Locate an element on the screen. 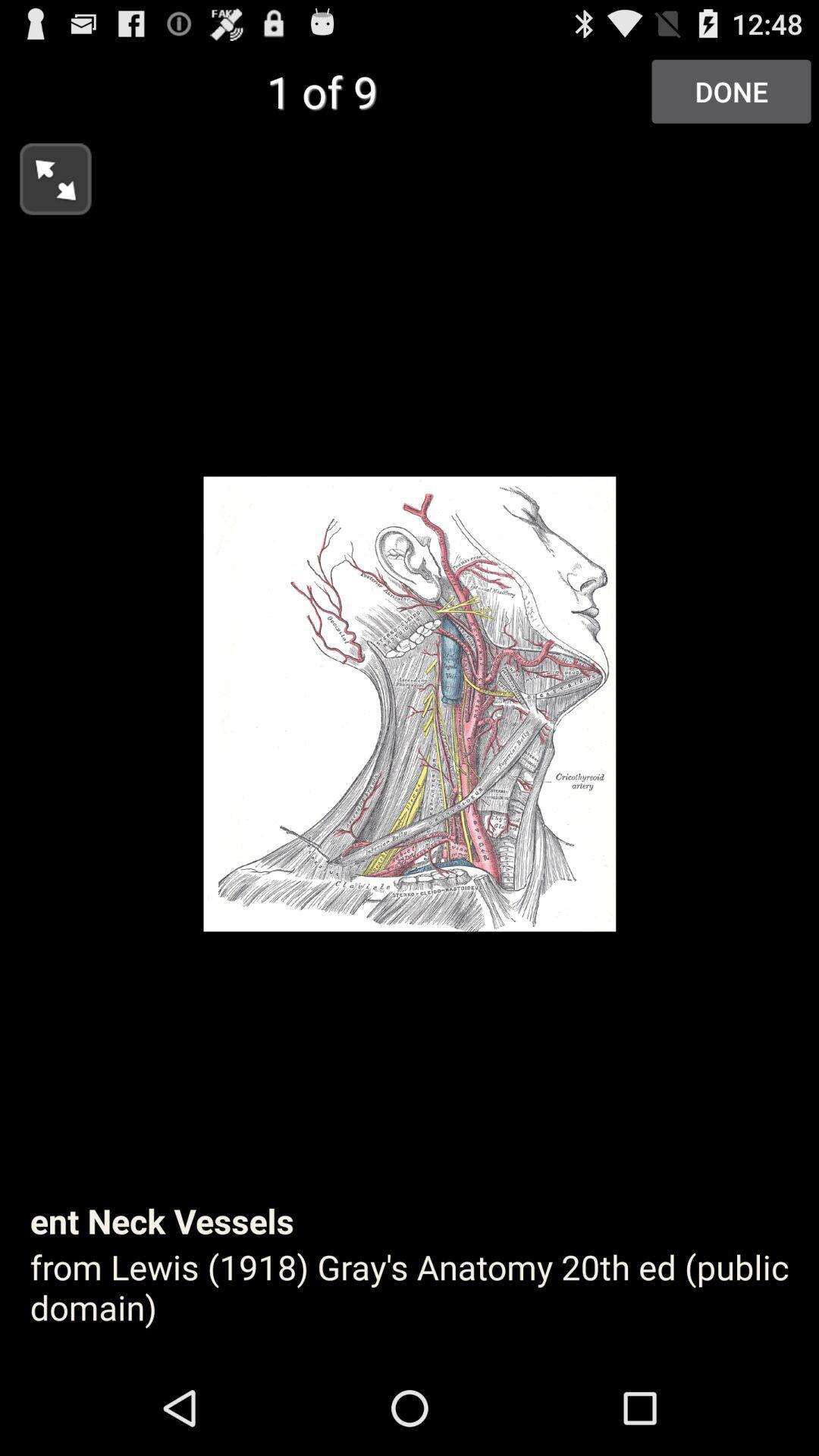 Image resolution: width=819 pixels, height=1456 pixels. item above ent neck vessels is located at coordinates (45, 174).